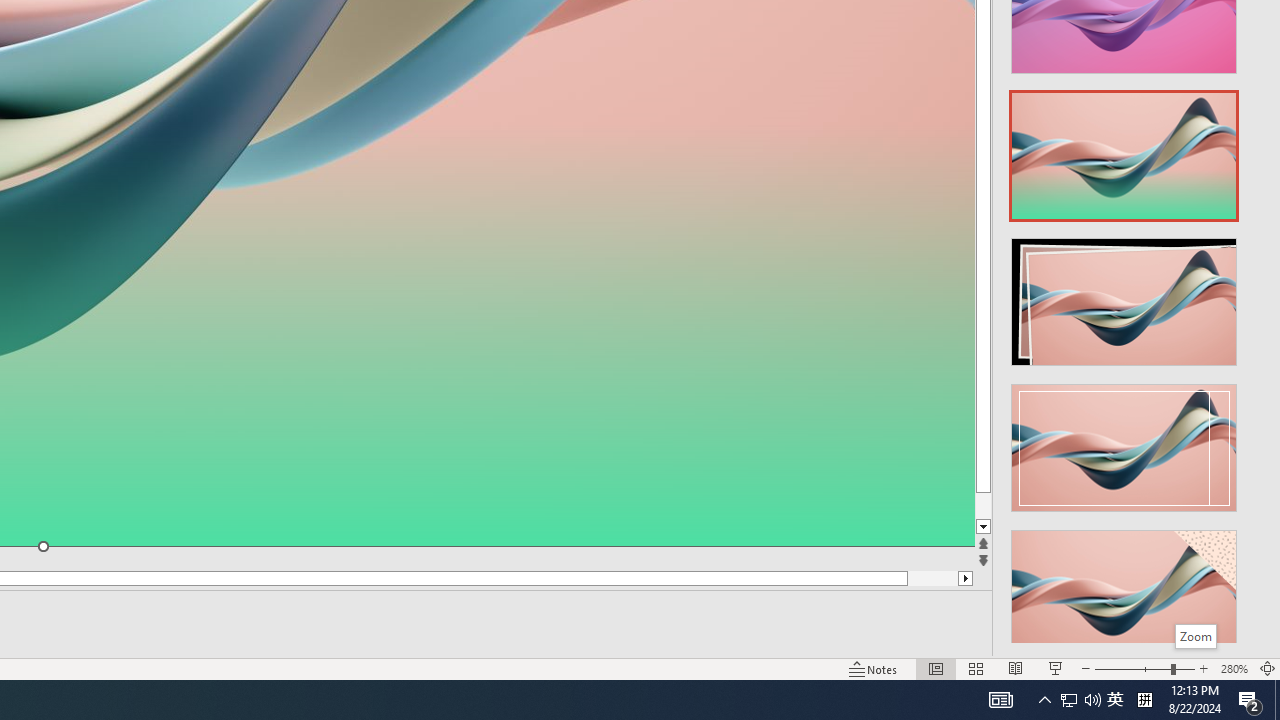 This screenshot has height=720, width=1280. Describe the element at coordinates (1233, 669) in the screenshot. I see `'Zoom 280%'` at that location.